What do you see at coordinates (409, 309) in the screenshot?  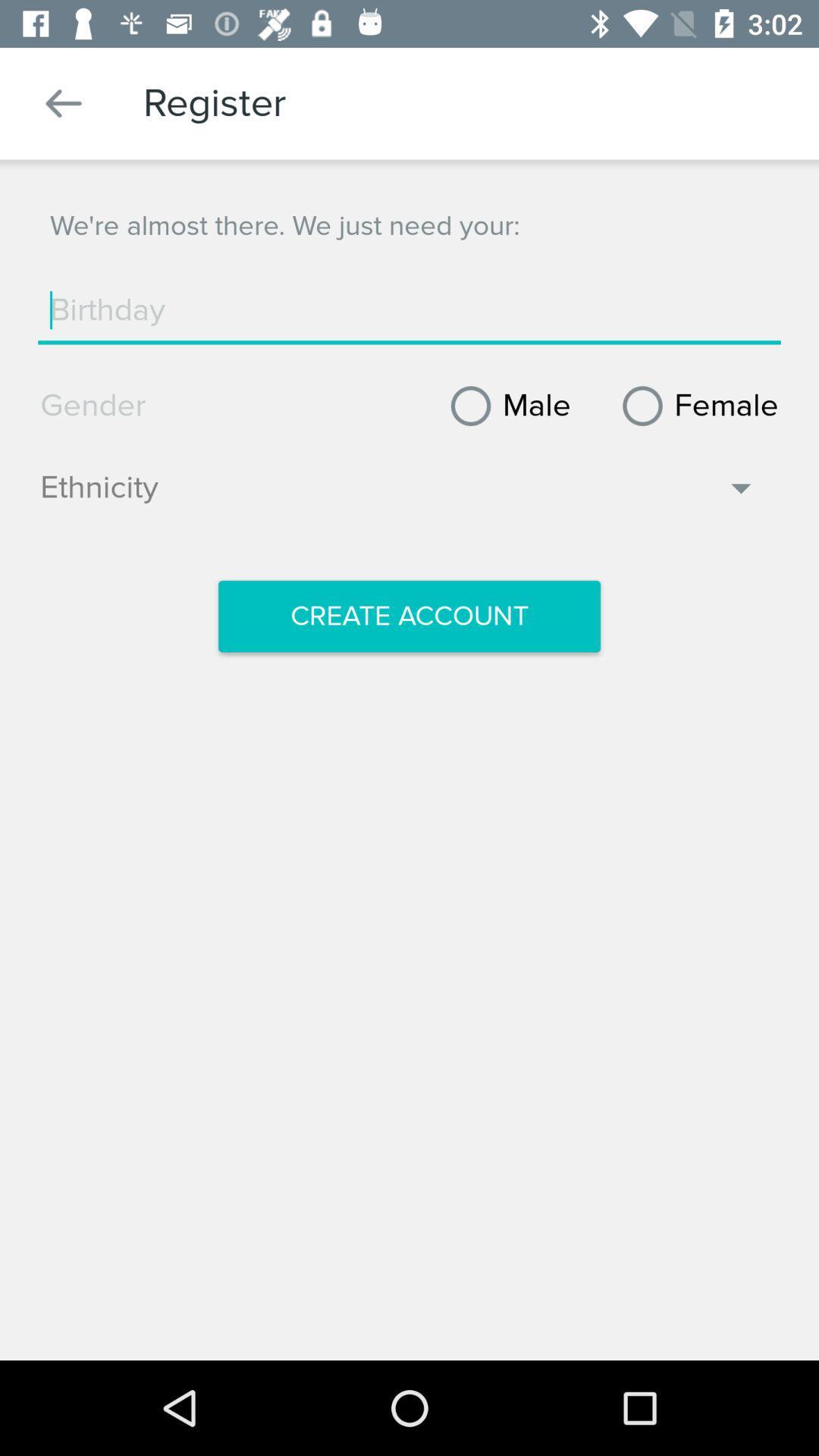 I see `birthday input field` at bounding box center [409, 309].